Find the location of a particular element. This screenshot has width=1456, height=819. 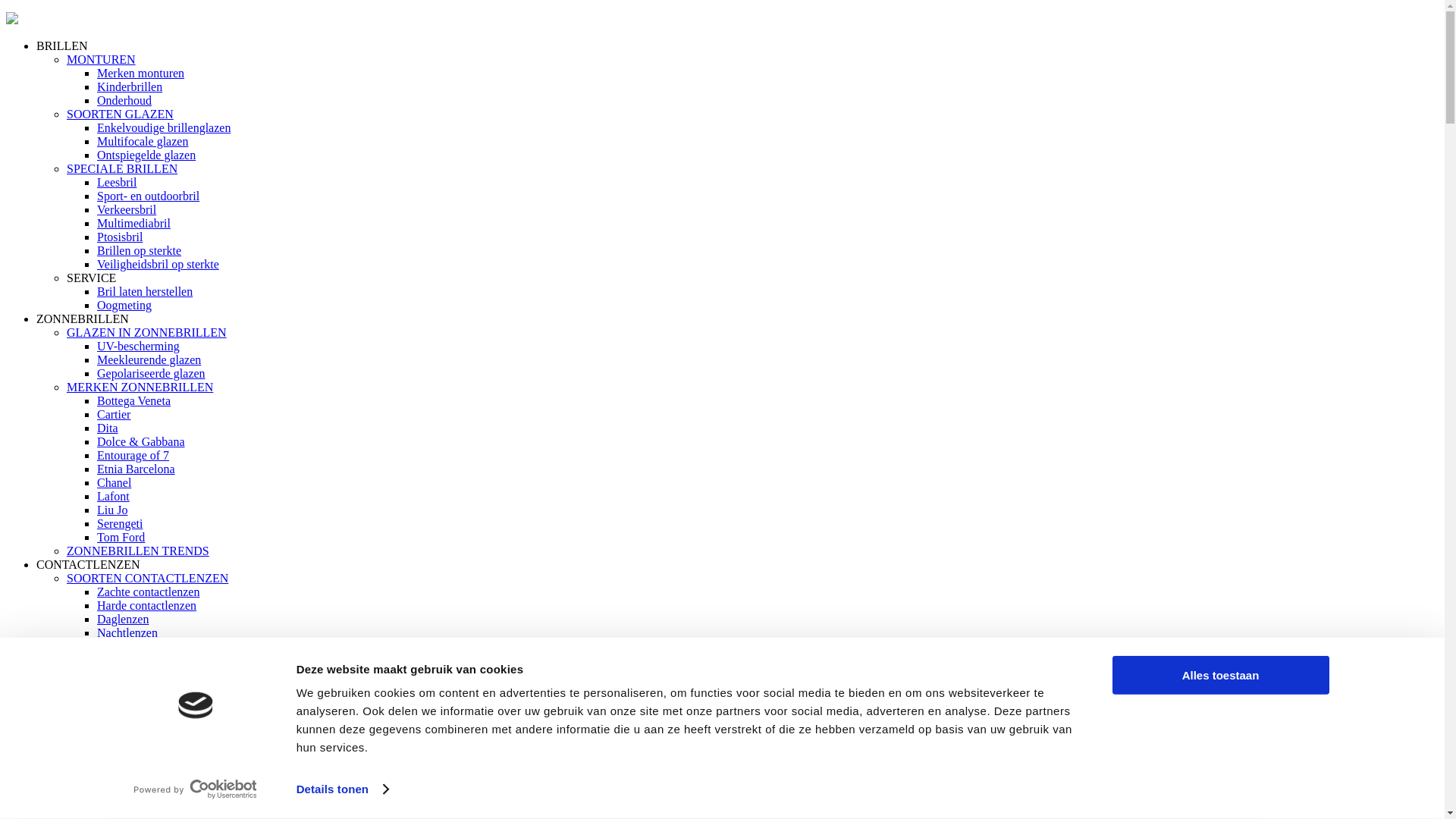

'Hoe in en uitdoen' is located at coordinates (140, 741).